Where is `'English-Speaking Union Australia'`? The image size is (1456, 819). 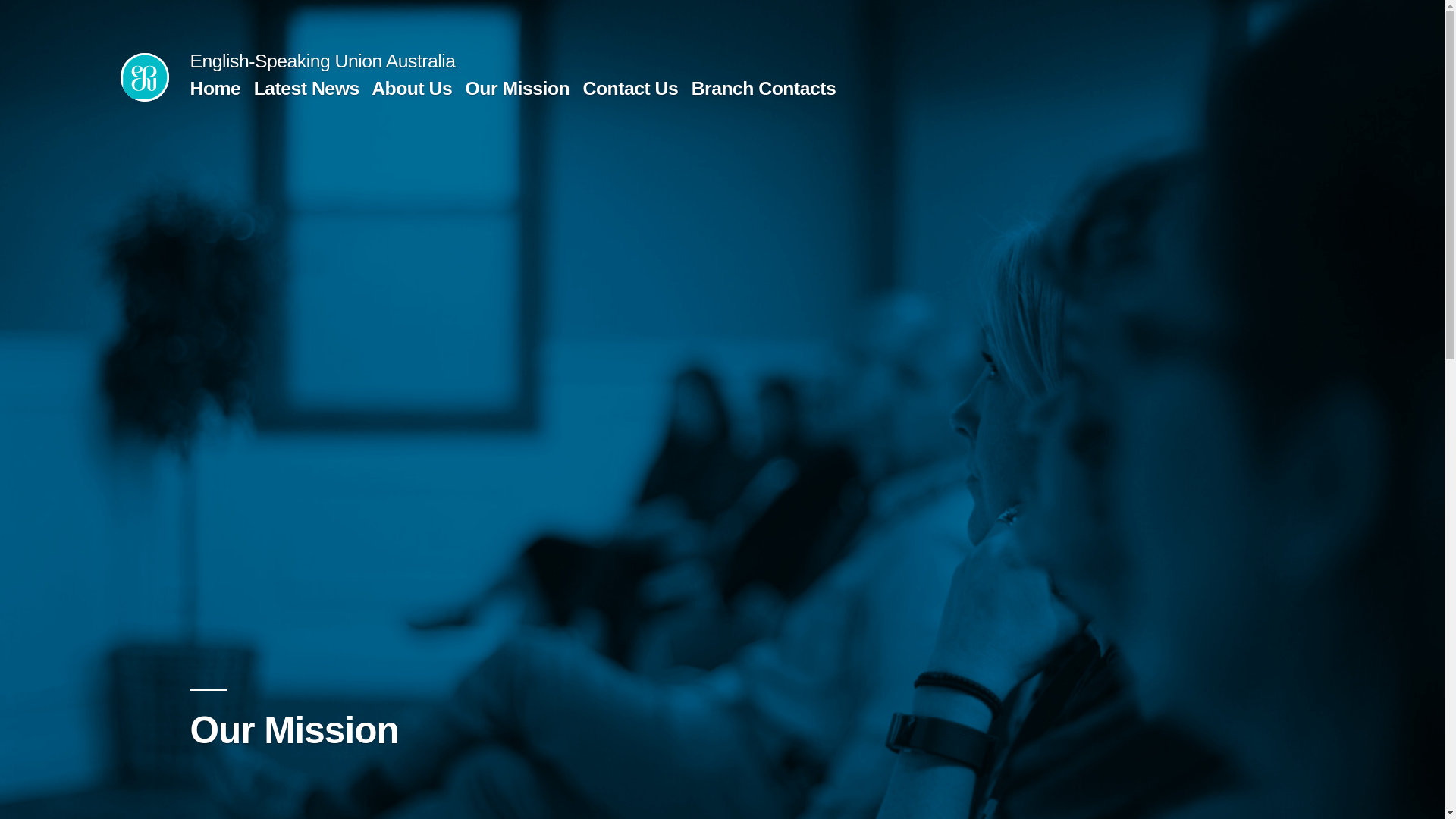
'English-Speaking Union Australia' is located at coordinates (322, 60).